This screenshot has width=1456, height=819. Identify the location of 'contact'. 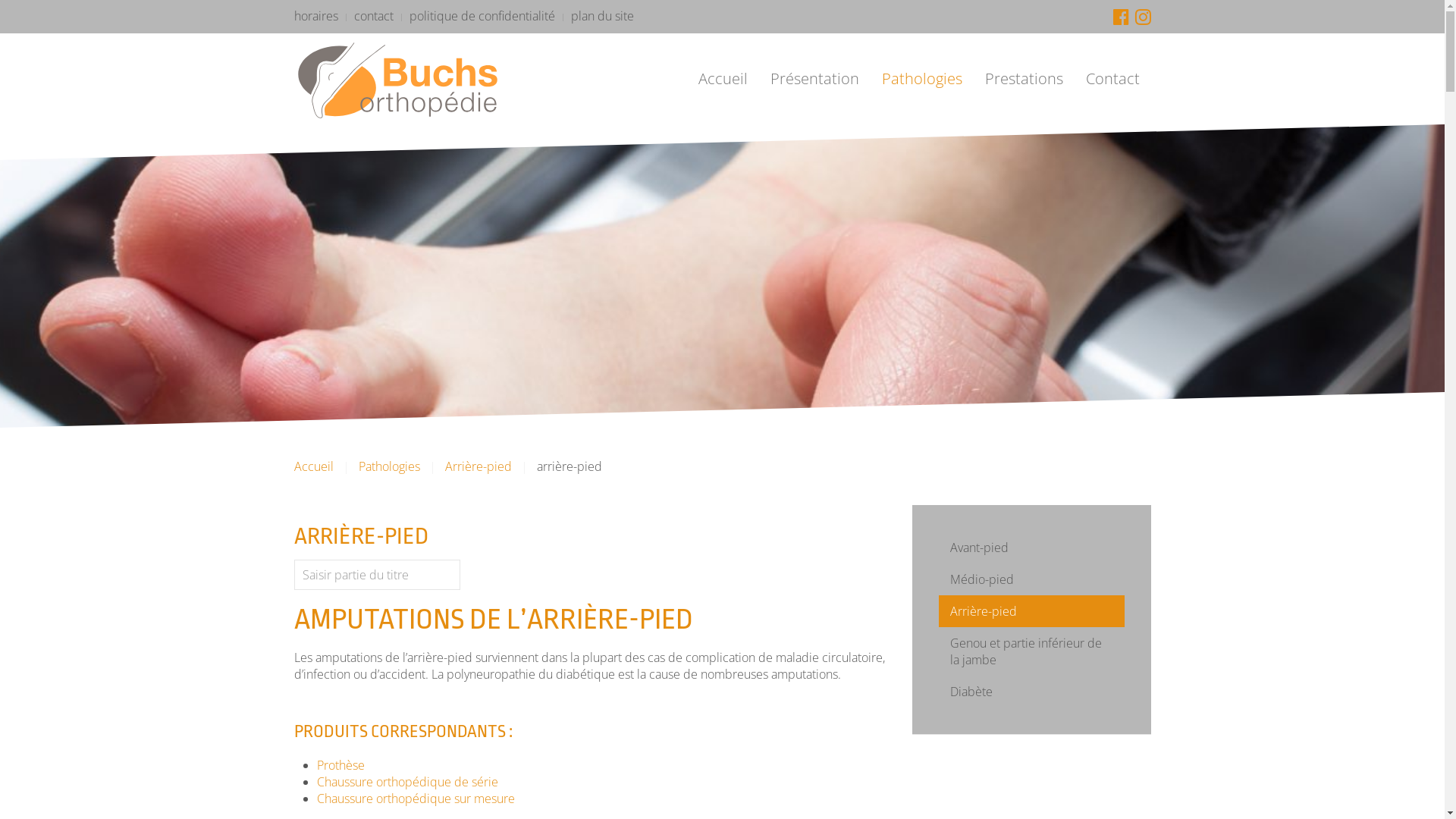
(372, 15).